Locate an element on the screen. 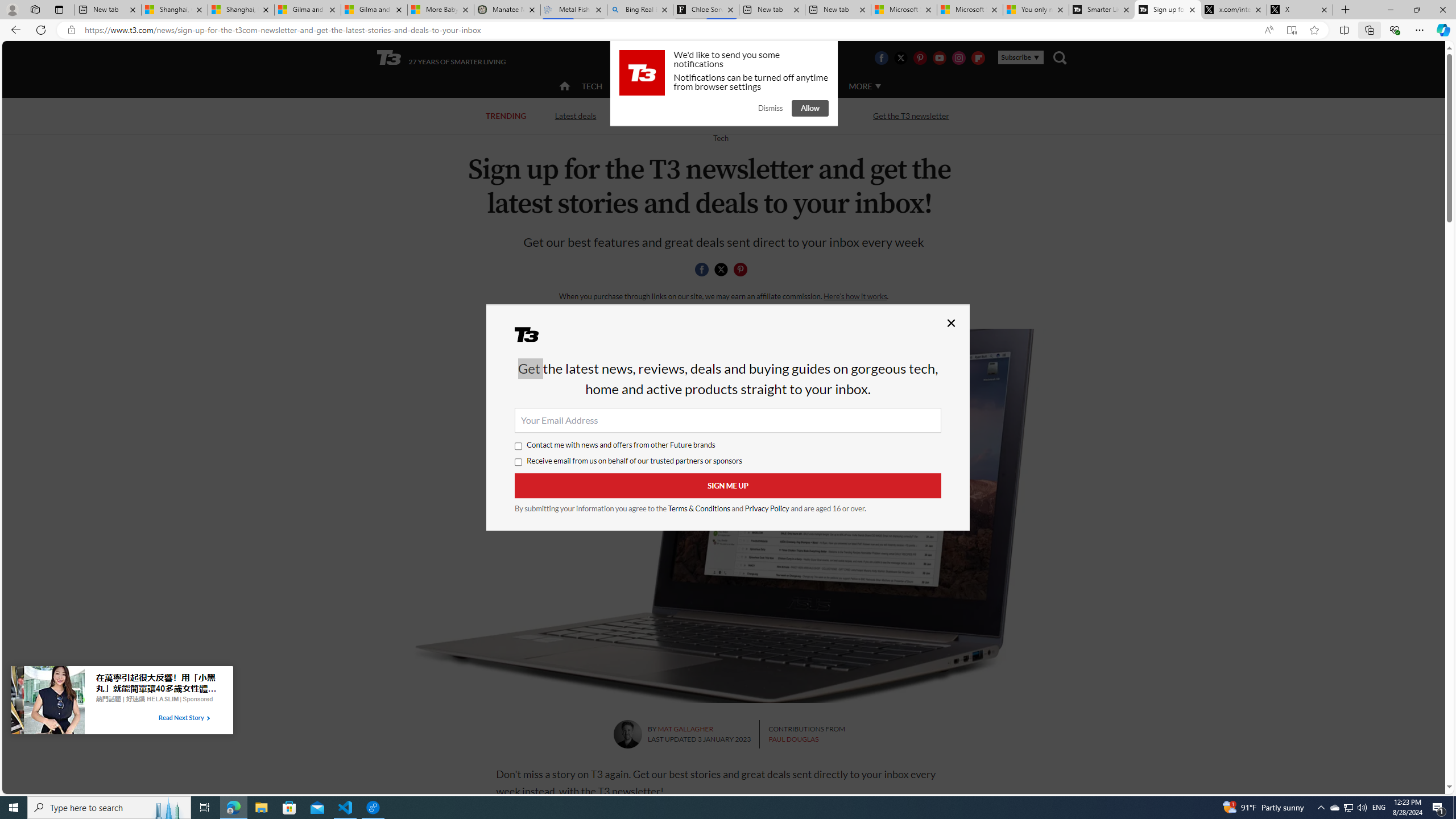  'Smarter Living | T3' is located at coordinates (1101, 9).